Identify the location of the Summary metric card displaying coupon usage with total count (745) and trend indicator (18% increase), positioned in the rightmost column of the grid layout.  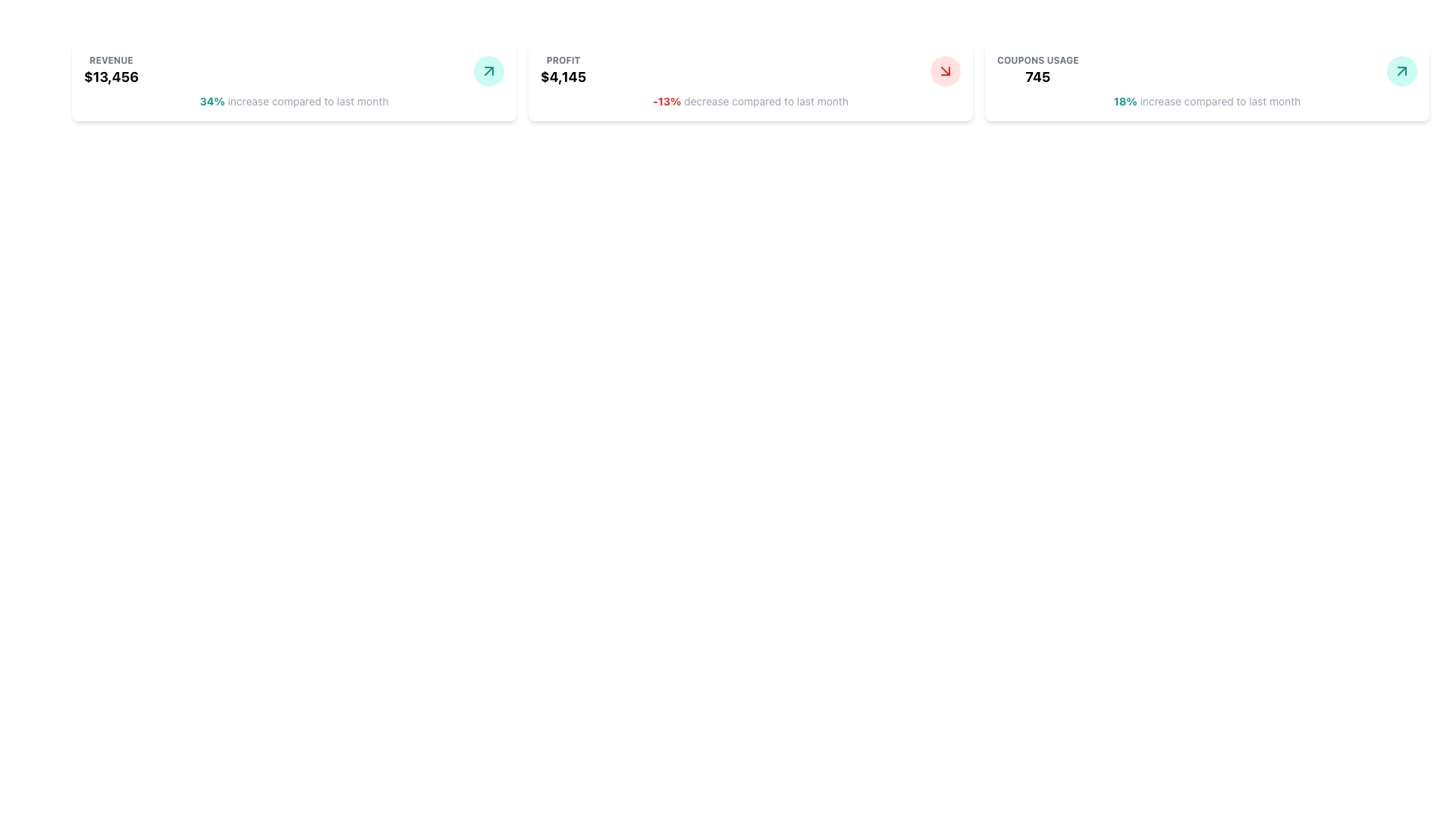
(1207, 82).